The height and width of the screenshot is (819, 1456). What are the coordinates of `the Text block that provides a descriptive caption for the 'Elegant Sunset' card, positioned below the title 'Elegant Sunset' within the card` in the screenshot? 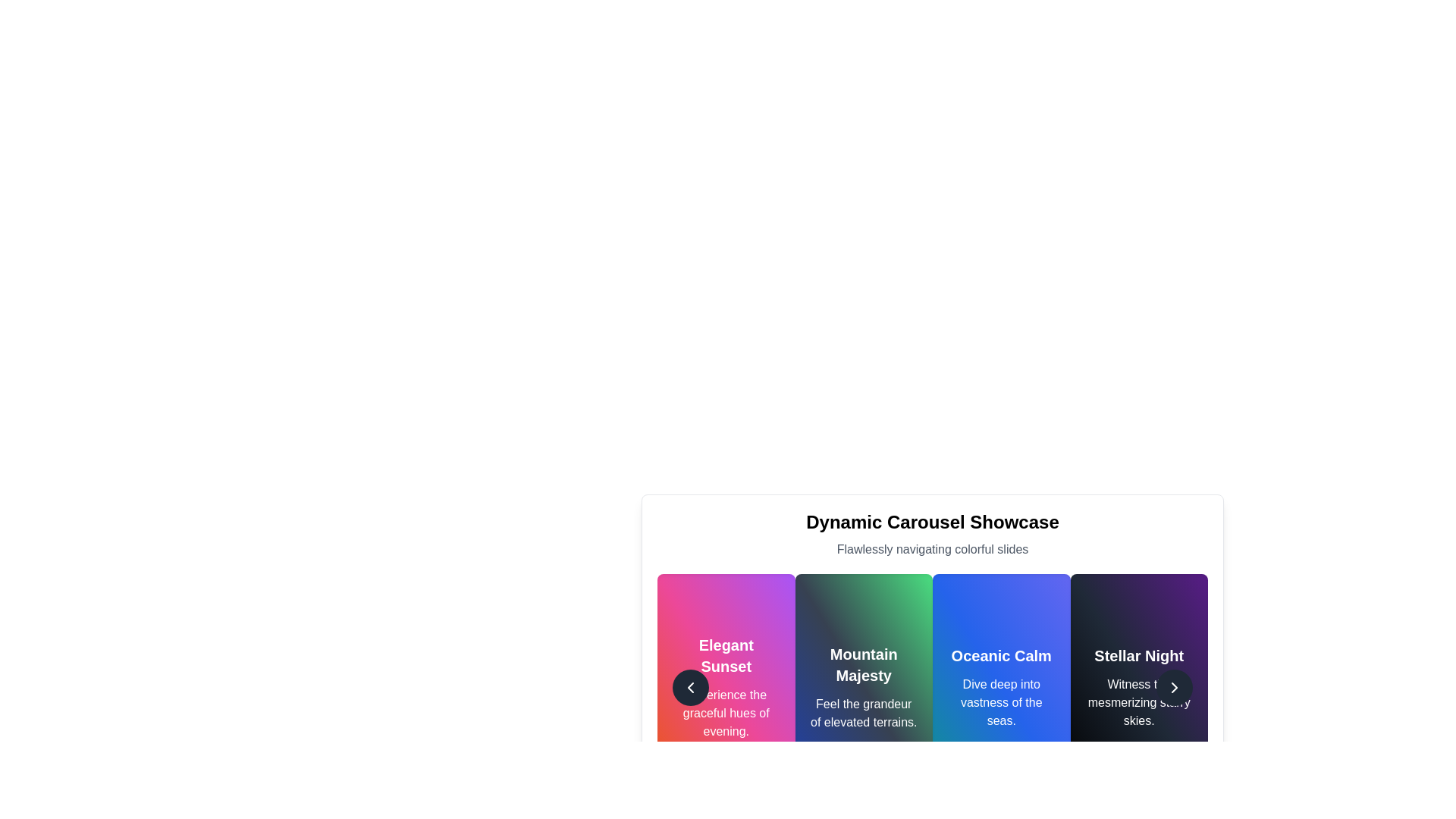 It's located at (725, 714).